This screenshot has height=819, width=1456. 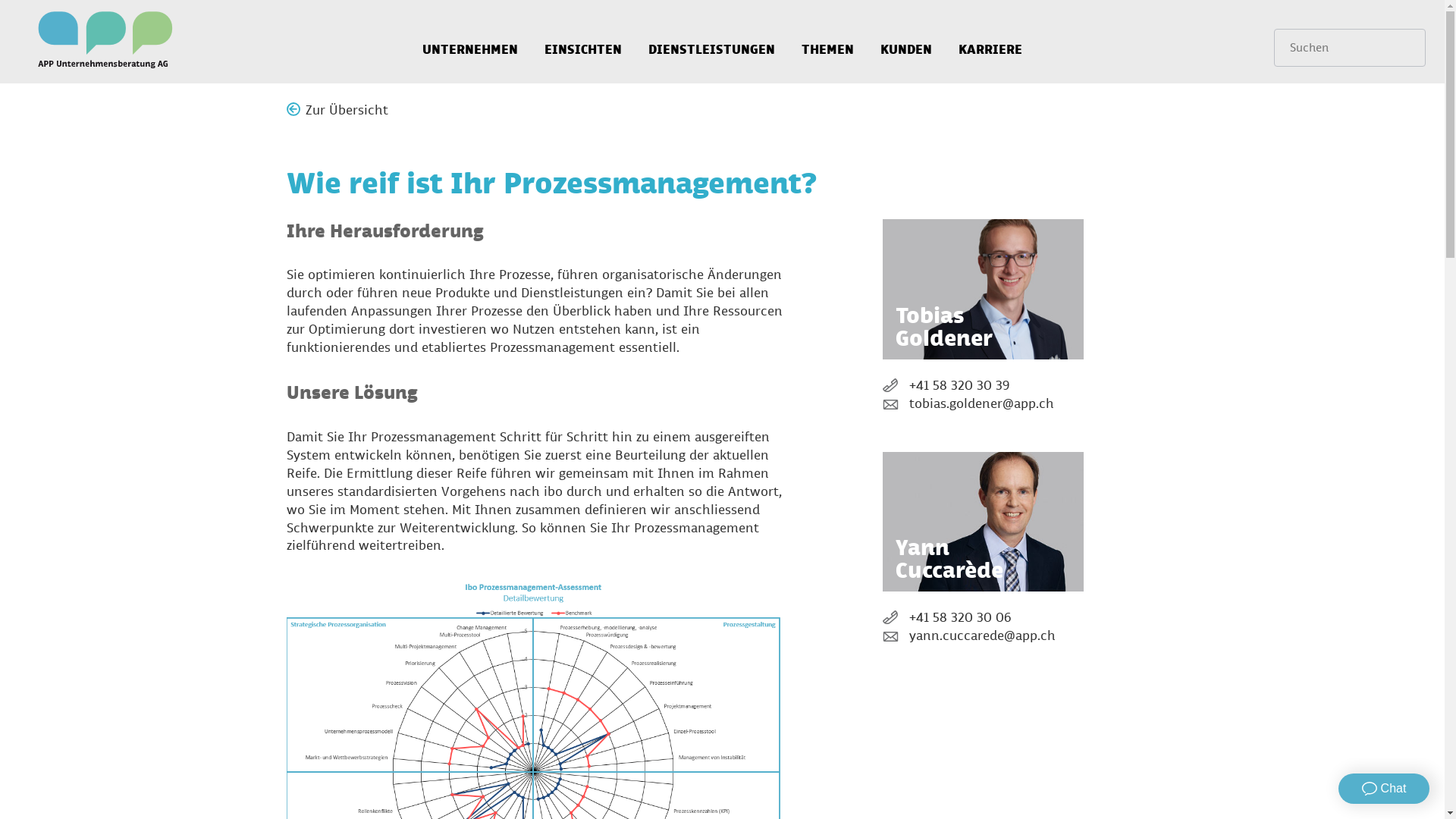 What do you see at coordinates (906, 40) in the screenshot?
I see `'KUNDEN'` at bounding box center [906, 40].